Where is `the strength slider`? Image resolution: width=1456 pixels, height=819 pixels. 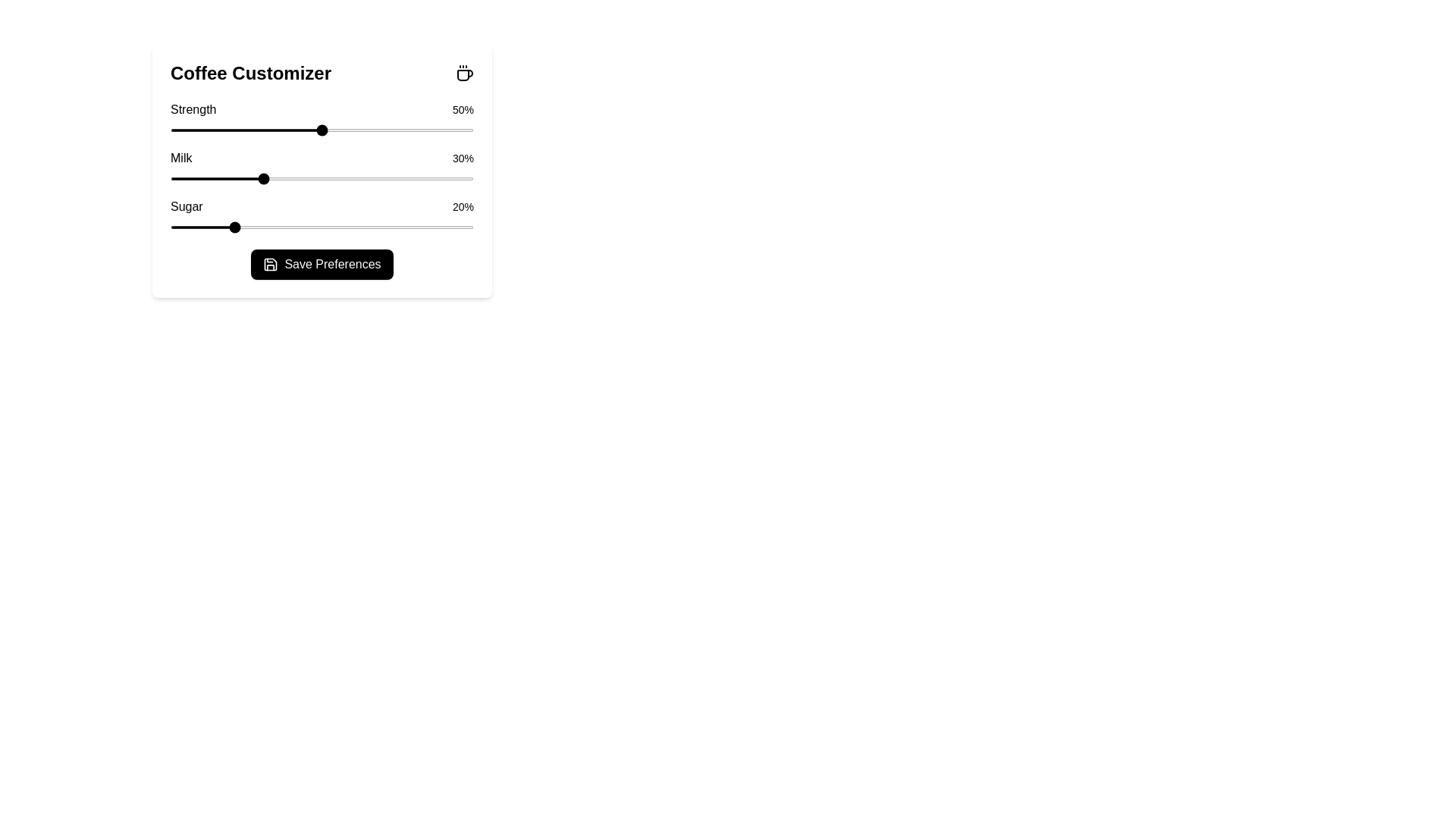 the strength slider is located at coordinates (298, 130).